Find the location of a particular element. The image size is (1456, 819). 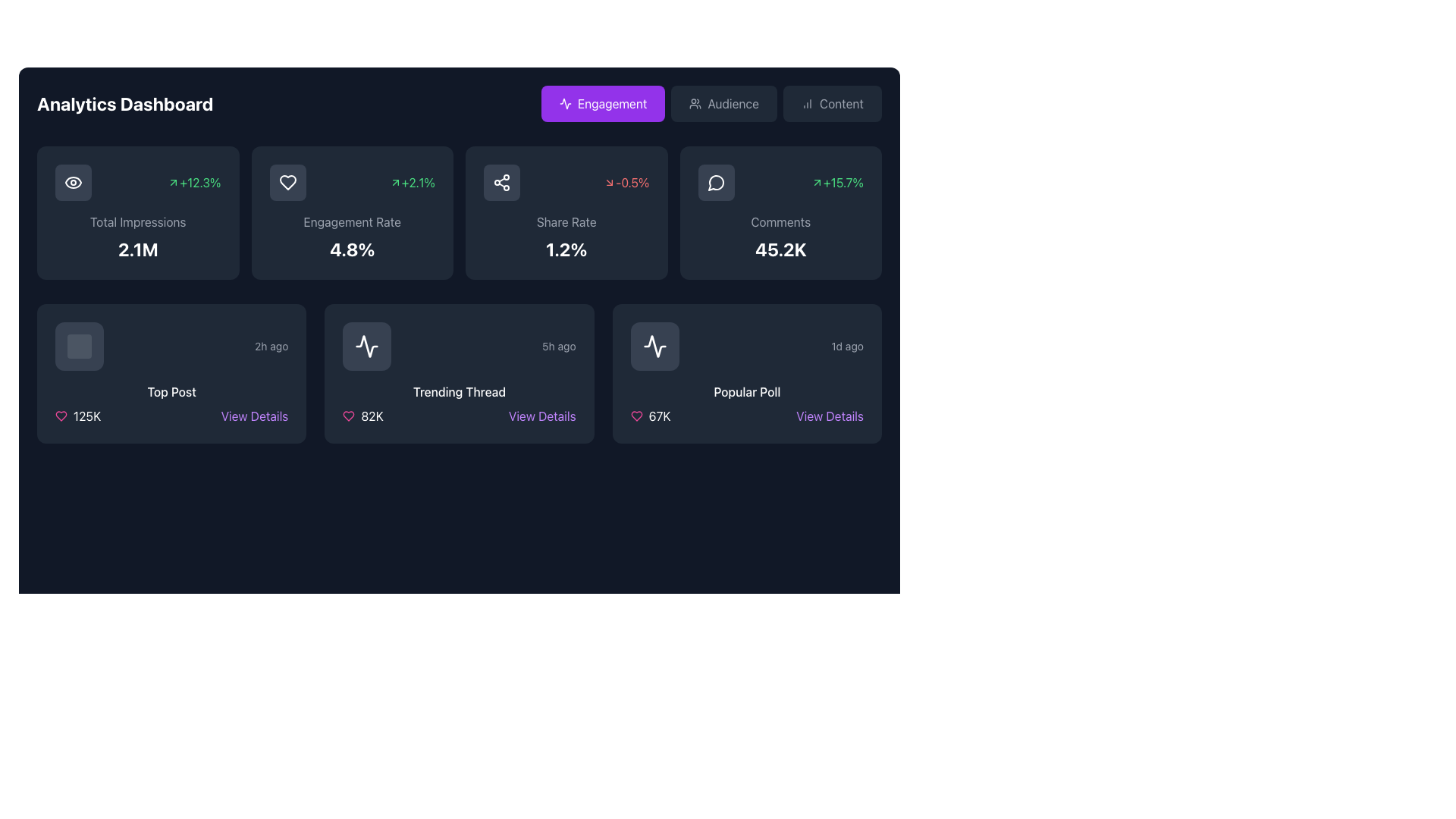

the timestamp label located in the bottom-right corner of the 'Popular Poll' section in the dashboard interface is located at coordinates (846, 346).